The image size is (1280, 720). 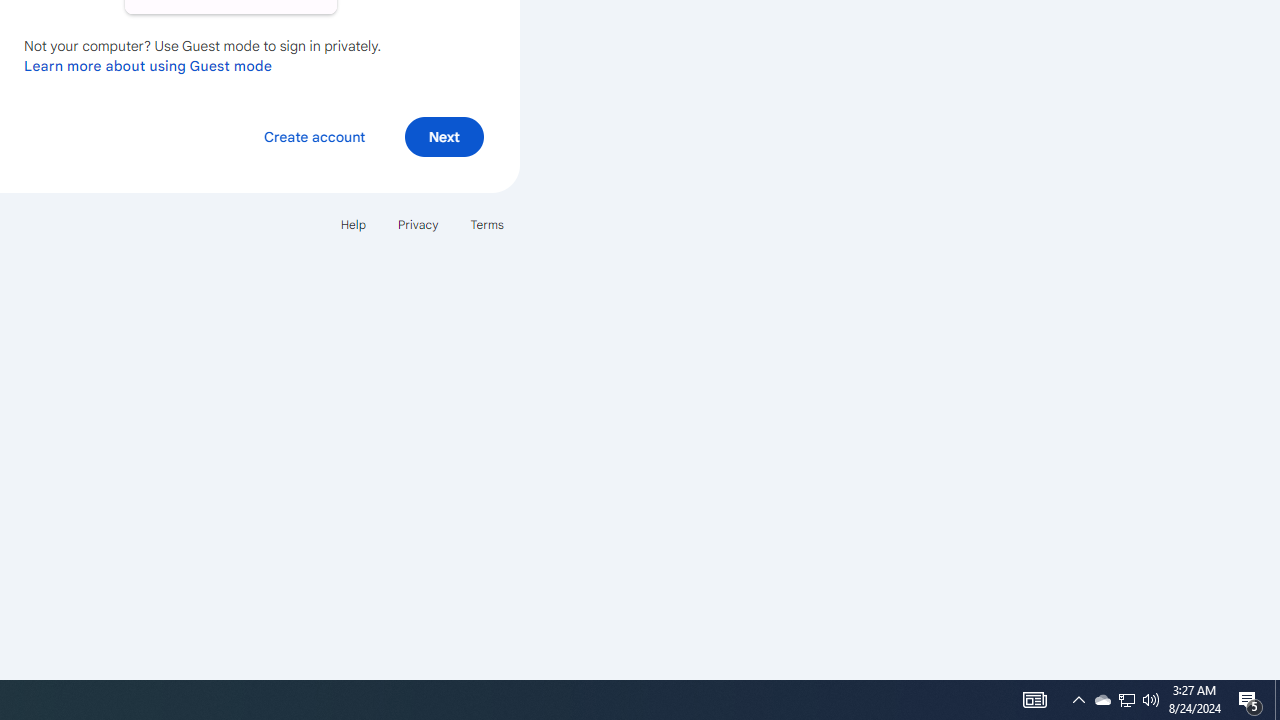 What do you see at coordinates (147, 64) in the screenshot?
I see `'Learn more about using Guest mode'` at bounding box center [147, 64].